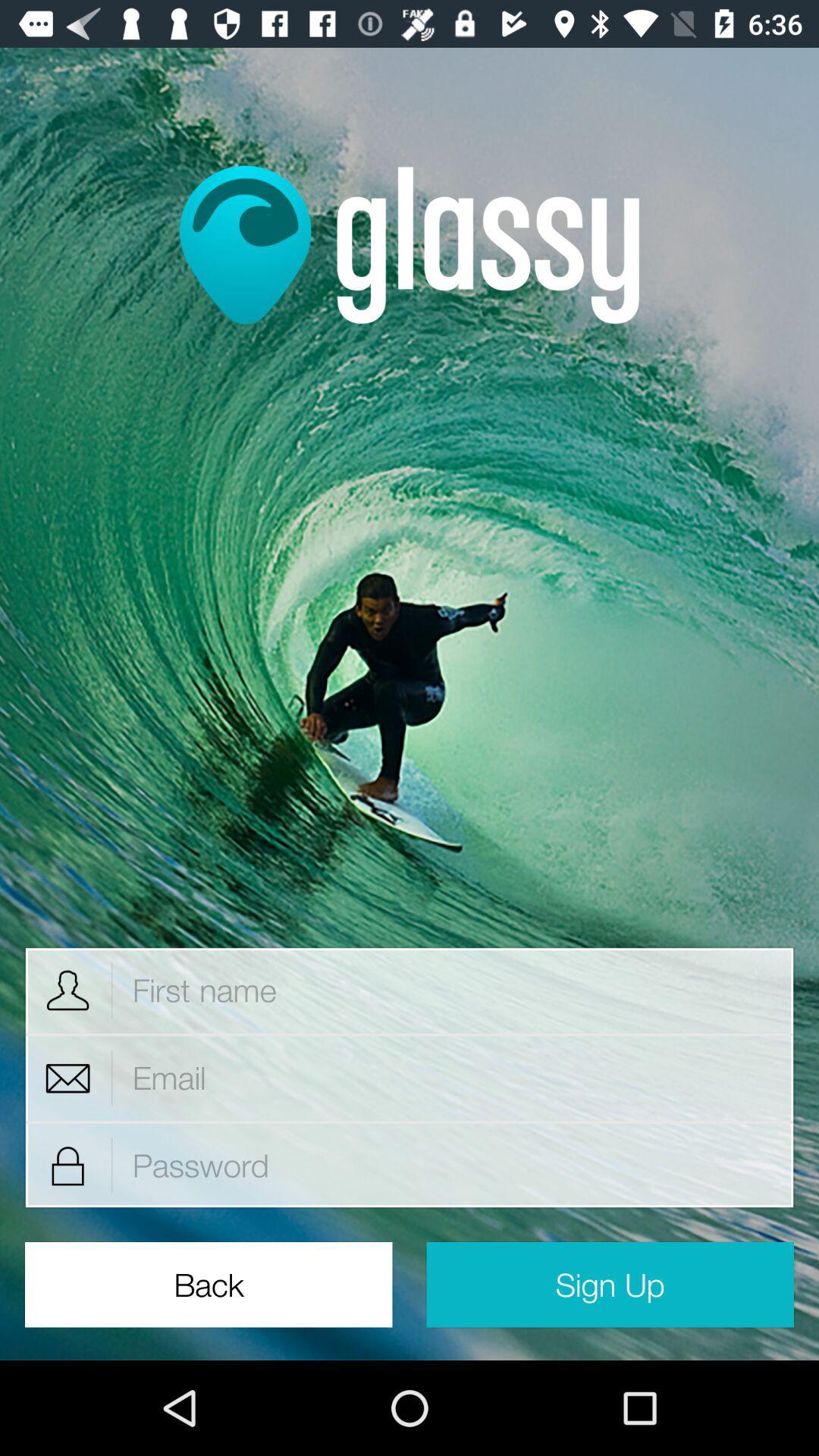 Image resolution: width=819 pixels, height=1456 pixels. What do you see at coordinates (609, 1284) in the screenshot?
I see `icon at the bottom right corner` at bounding box center [609, 1284].